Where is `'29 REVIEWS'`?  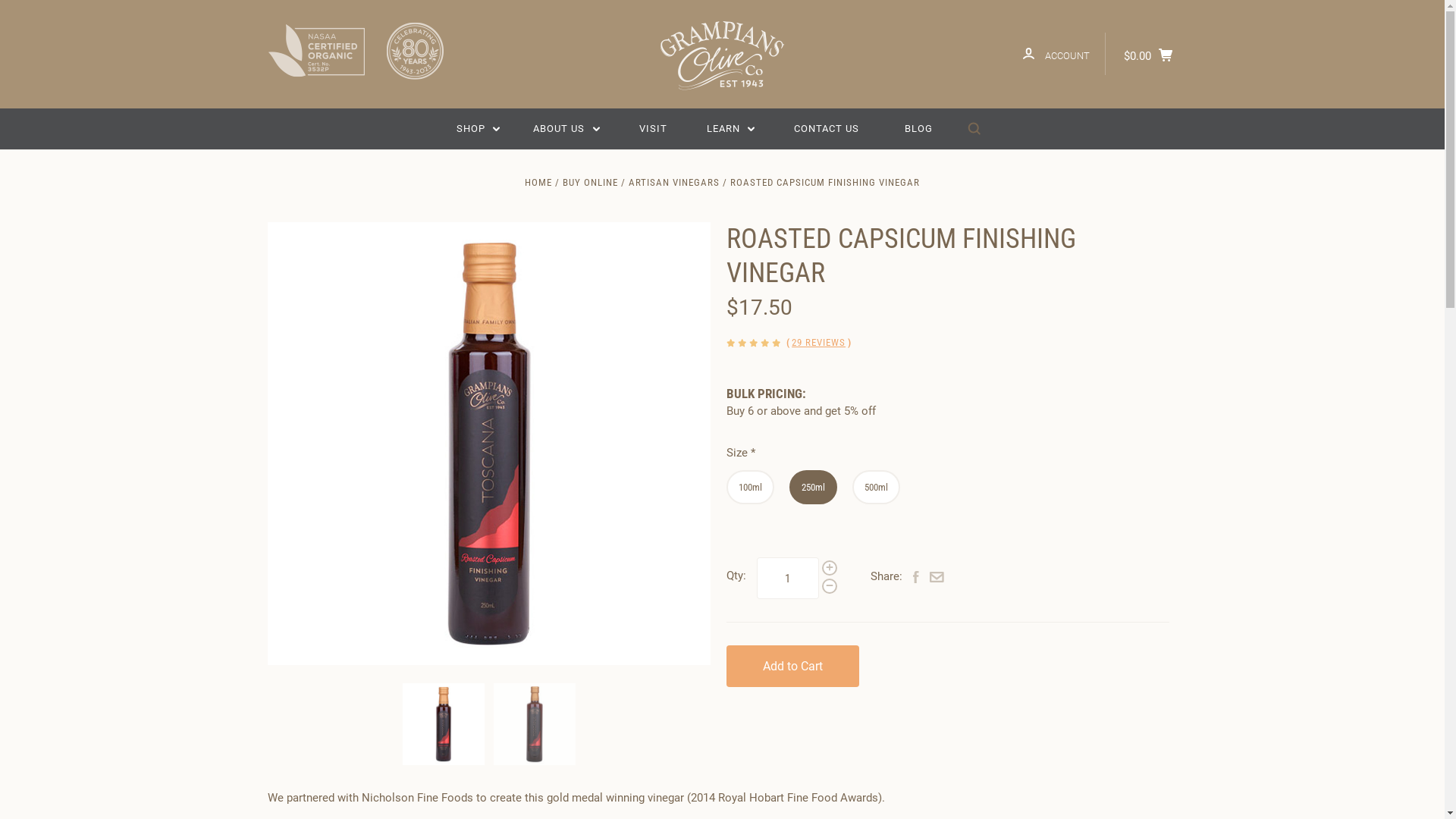
'29 REVIEWS' is located at coordinates (817, 343).